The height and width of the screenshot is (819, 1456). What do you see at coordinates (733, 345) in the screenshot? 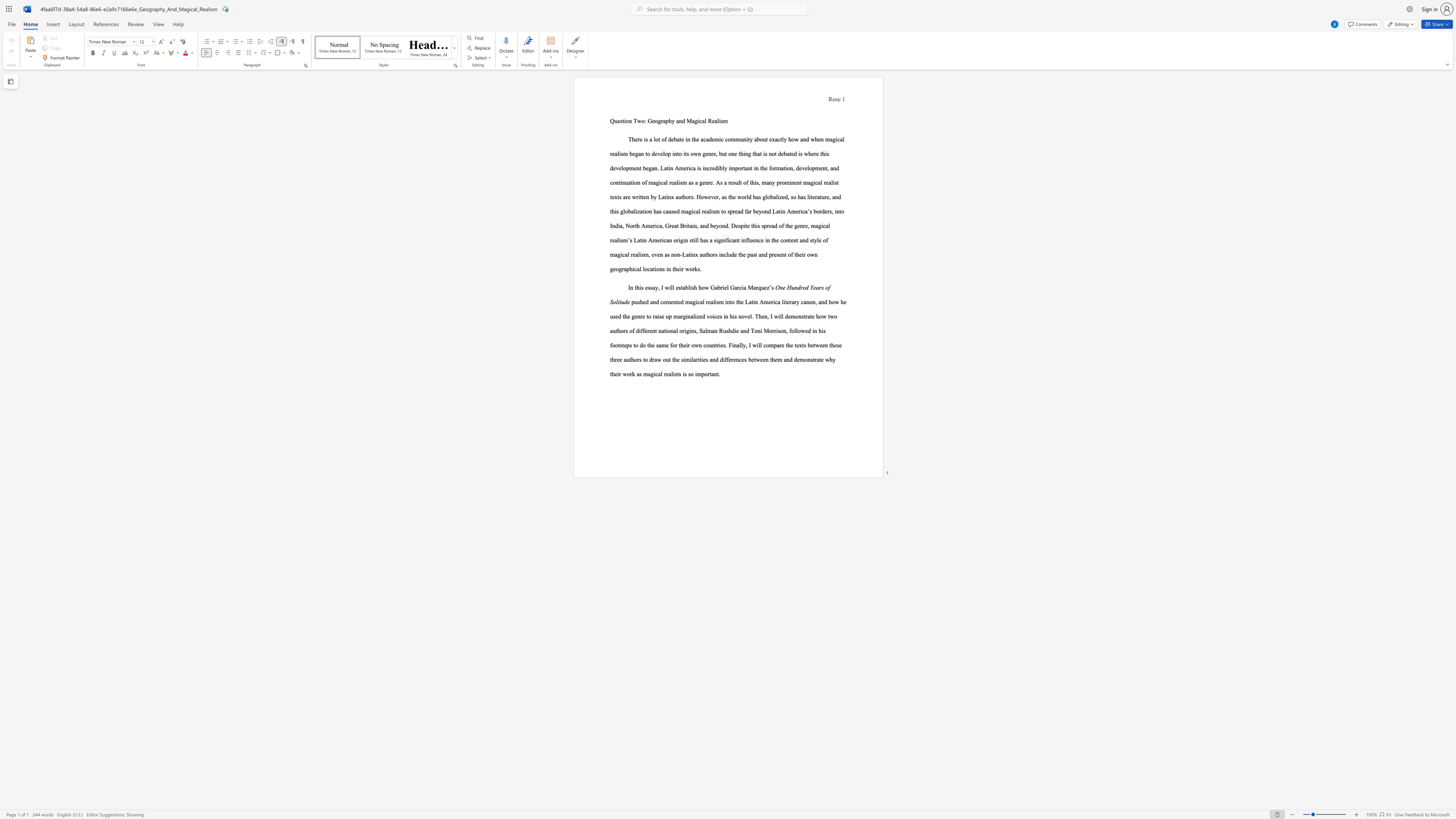
I see `the 3th character "i" in the text` at bounding box center [733, 345].